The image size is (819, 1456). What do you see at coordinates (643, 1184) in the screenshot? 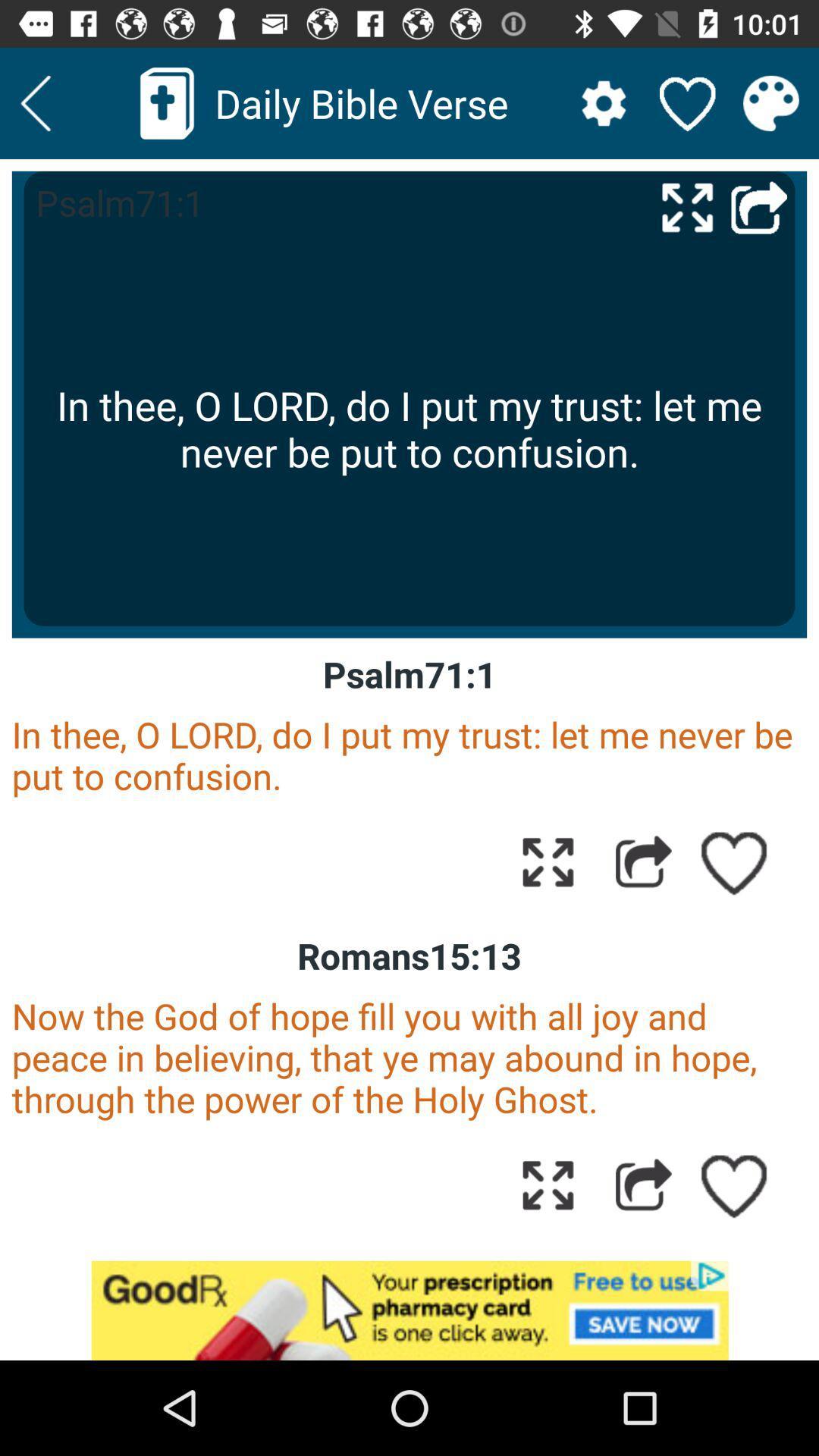
I see `share` at bounding box center [643, 1184].